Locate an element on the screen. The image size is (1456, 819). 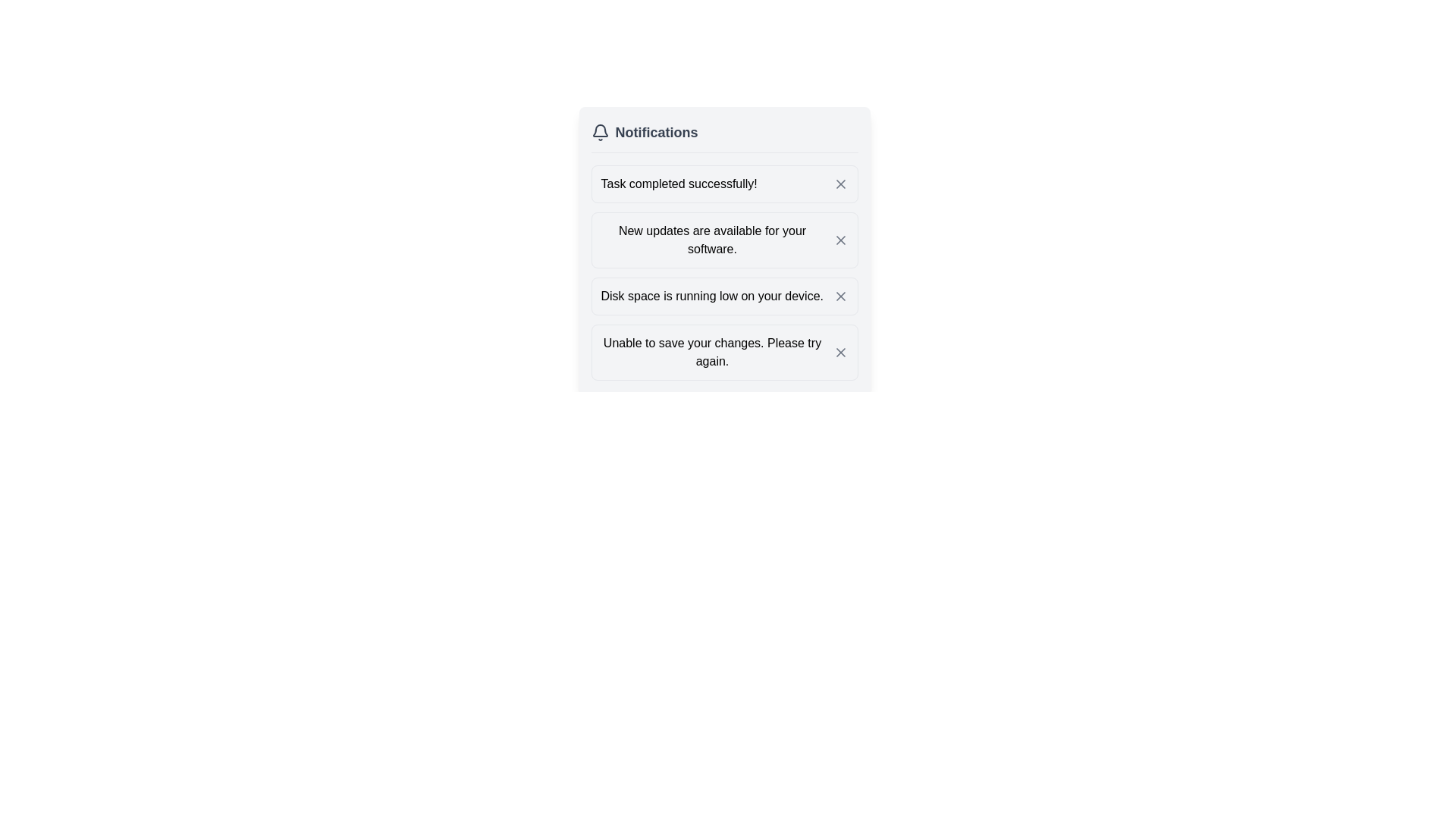
notification card that alerts the user about low disk space, which is positioned third in the notifications list is located at coordinates (723, 296).